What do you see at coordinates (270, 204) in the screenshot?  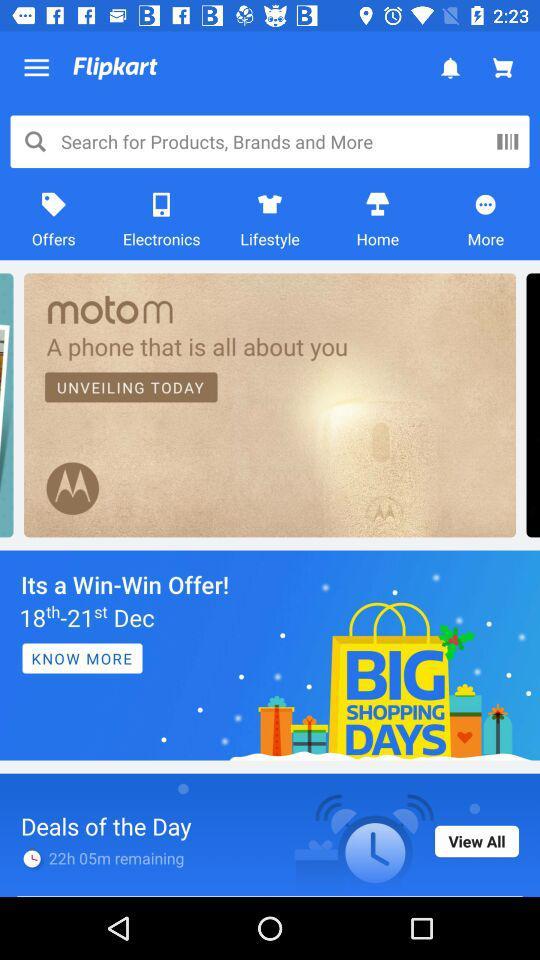 I see `lifestyle  icon` at bounding box center [270, 204].